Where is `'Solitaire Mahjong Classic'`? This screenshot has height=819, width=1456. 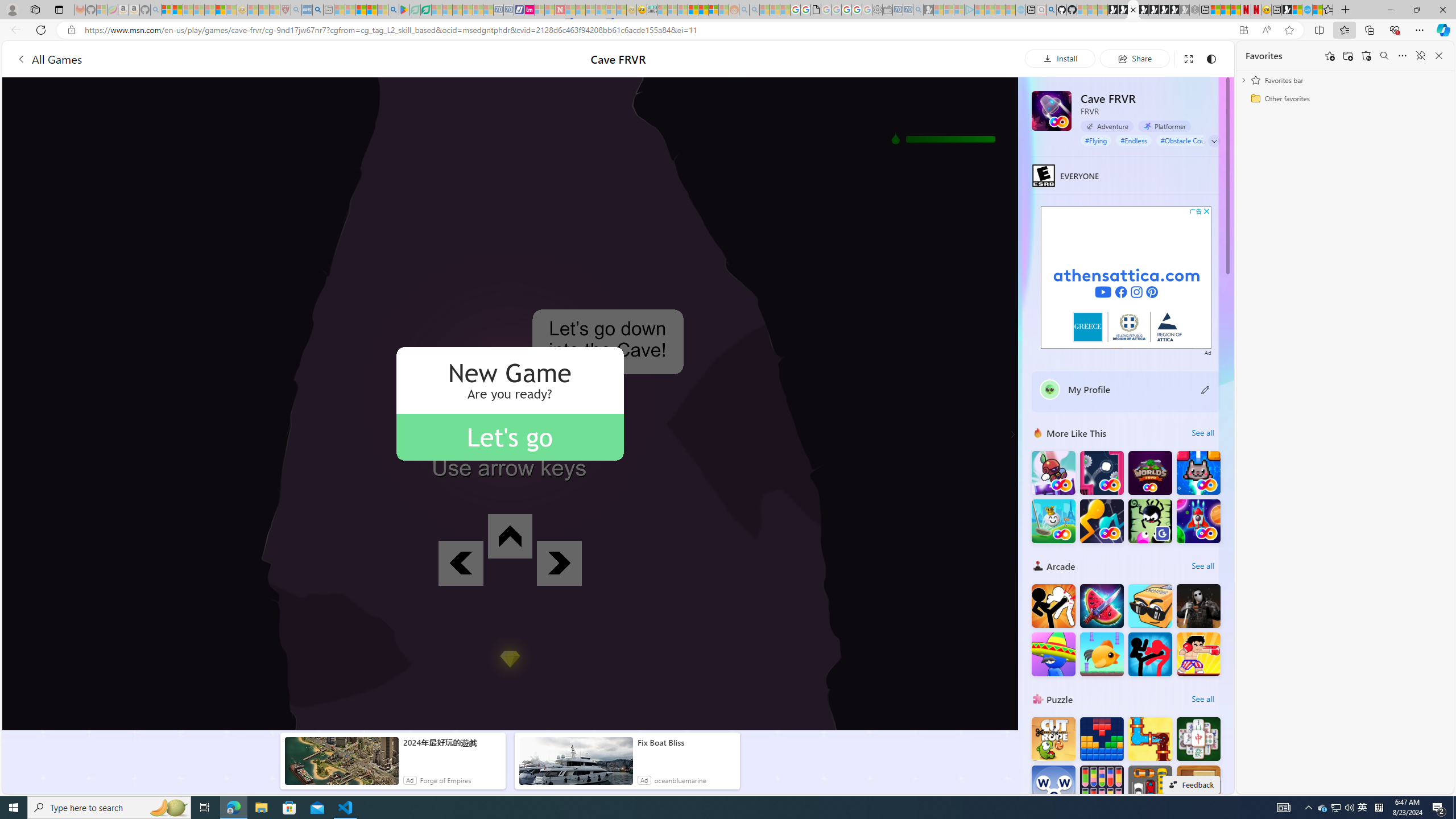
'Solitaire Mahjong Classic' is located at coordinates (1198, 738).